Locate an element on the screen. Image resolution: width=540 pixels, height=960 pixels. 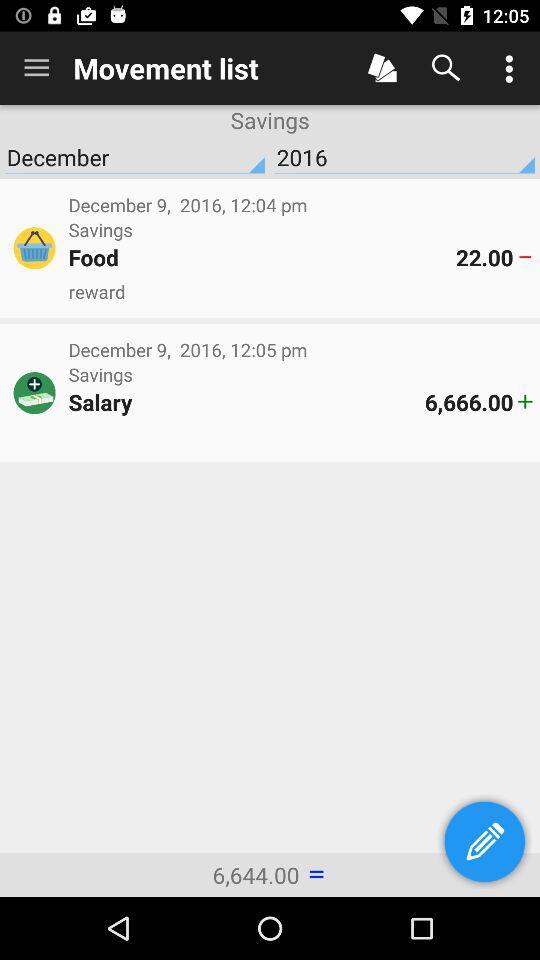
options is located at coordinates (508, 68).